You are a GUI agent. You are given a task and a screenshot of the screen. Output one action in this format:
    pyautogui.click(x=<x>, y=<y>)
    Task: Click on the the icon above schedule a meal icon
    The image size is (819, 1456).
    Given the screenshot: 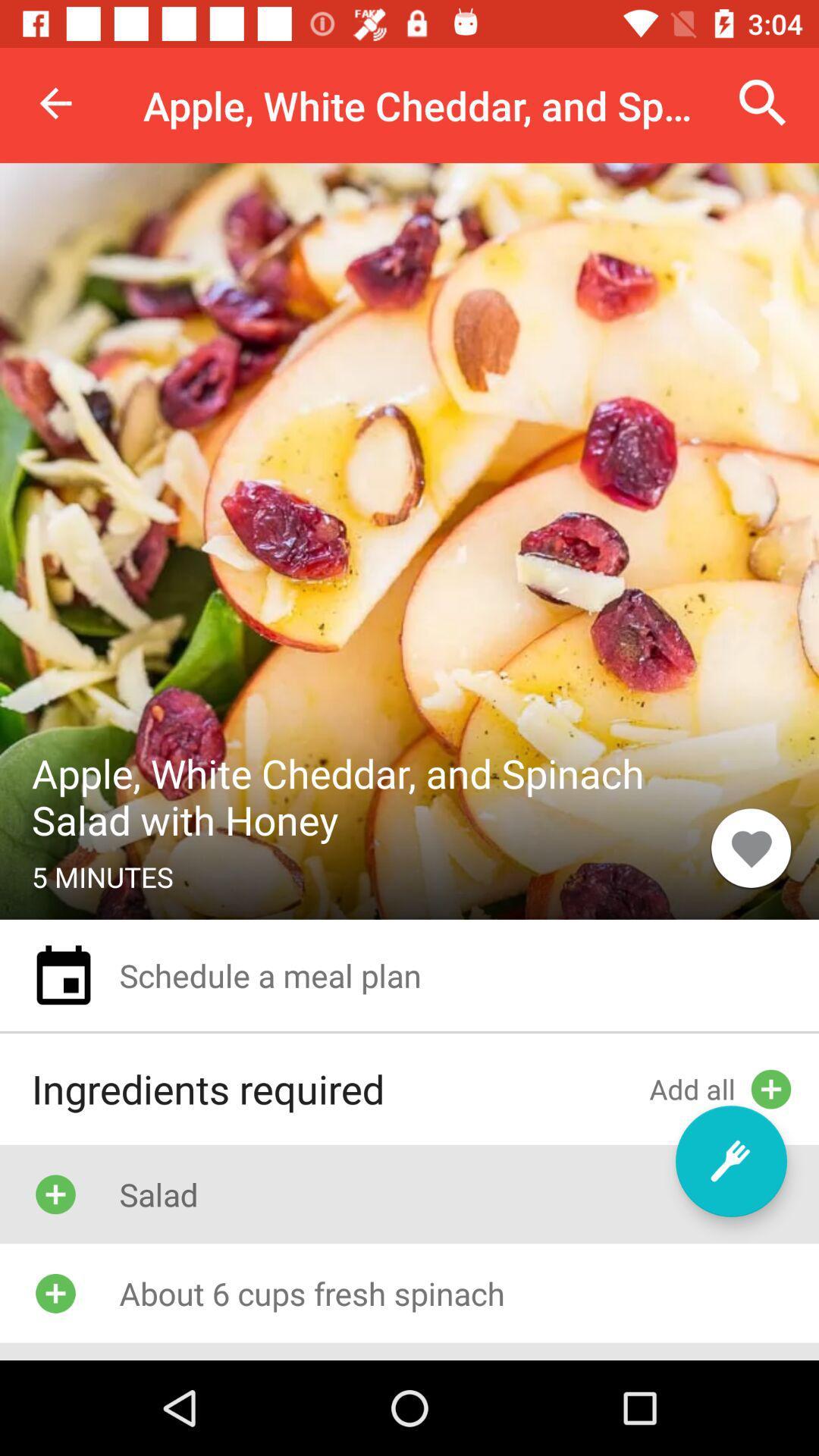 What is the action you would take?
    pyautogui.click(x=751, y=847)
    